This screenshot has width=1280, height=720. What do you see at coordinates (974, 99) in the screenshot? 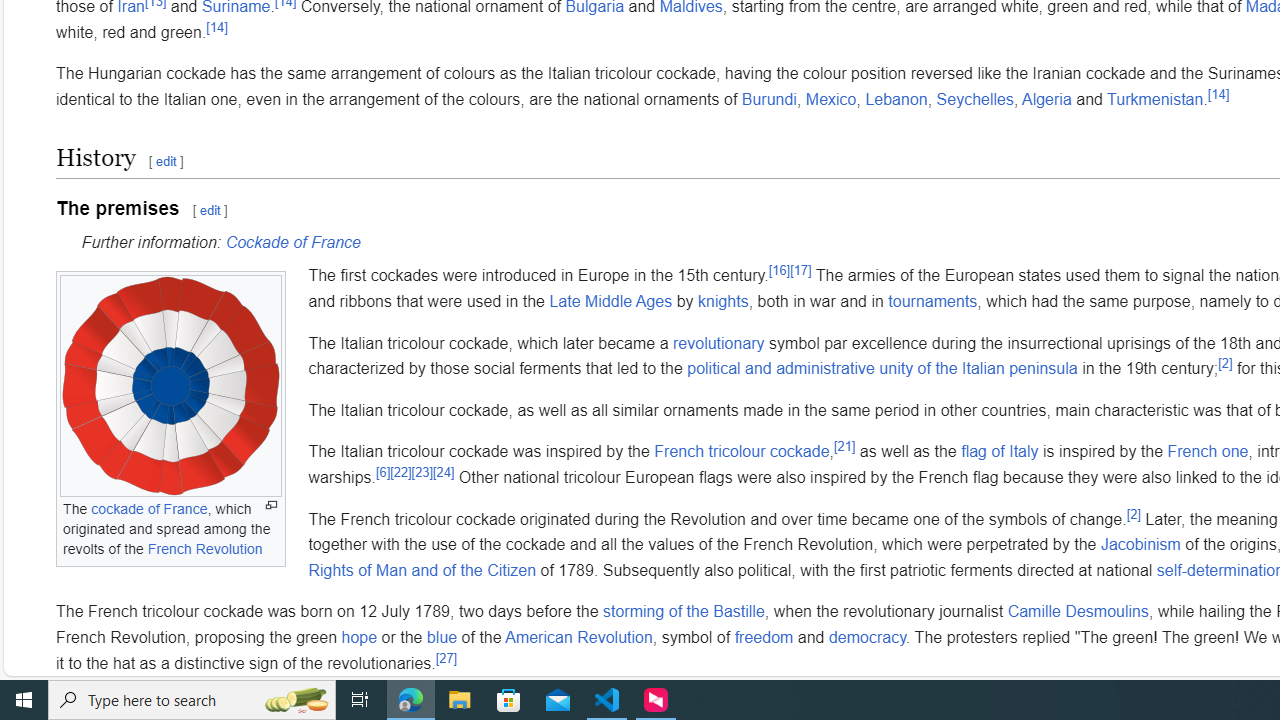
I see `'Seychelles'` at bounding box center [974, 99].